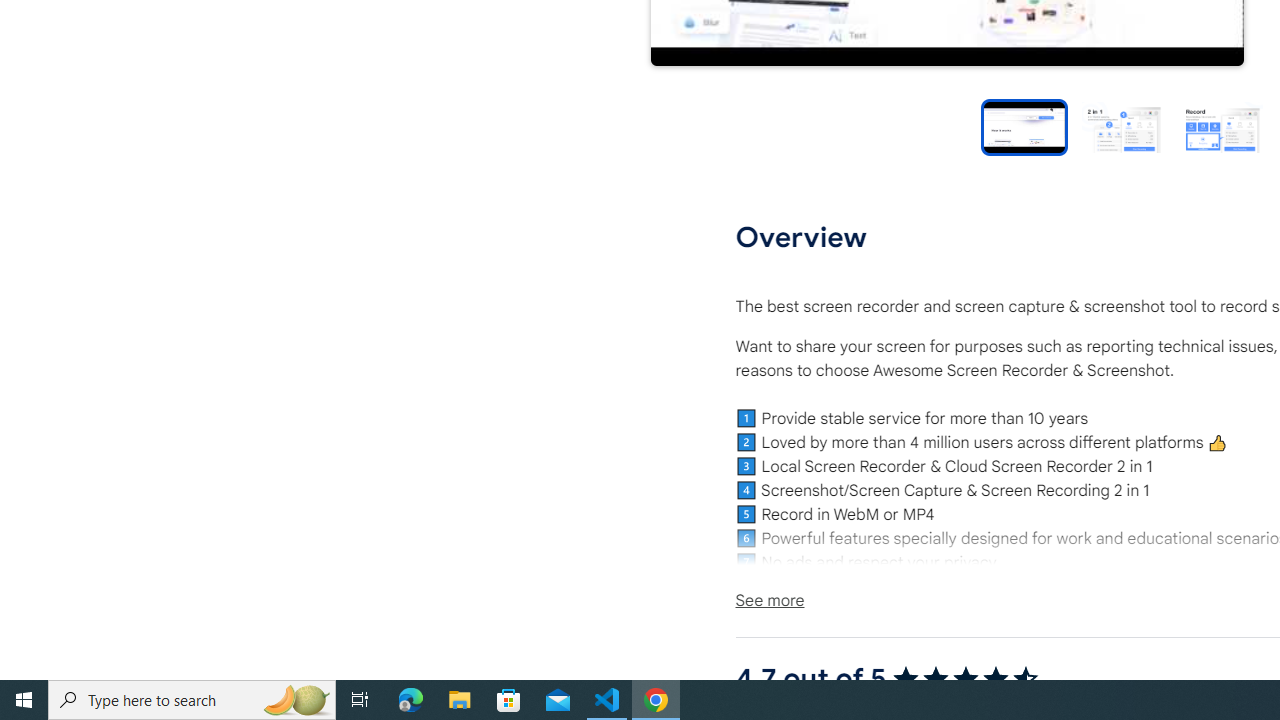 The height and width of the screenshot is (720, 1280). Describe the element at coordinates (294, 698) in the screenshot. I see `'Search highlights icon opens search home window'` at that location.